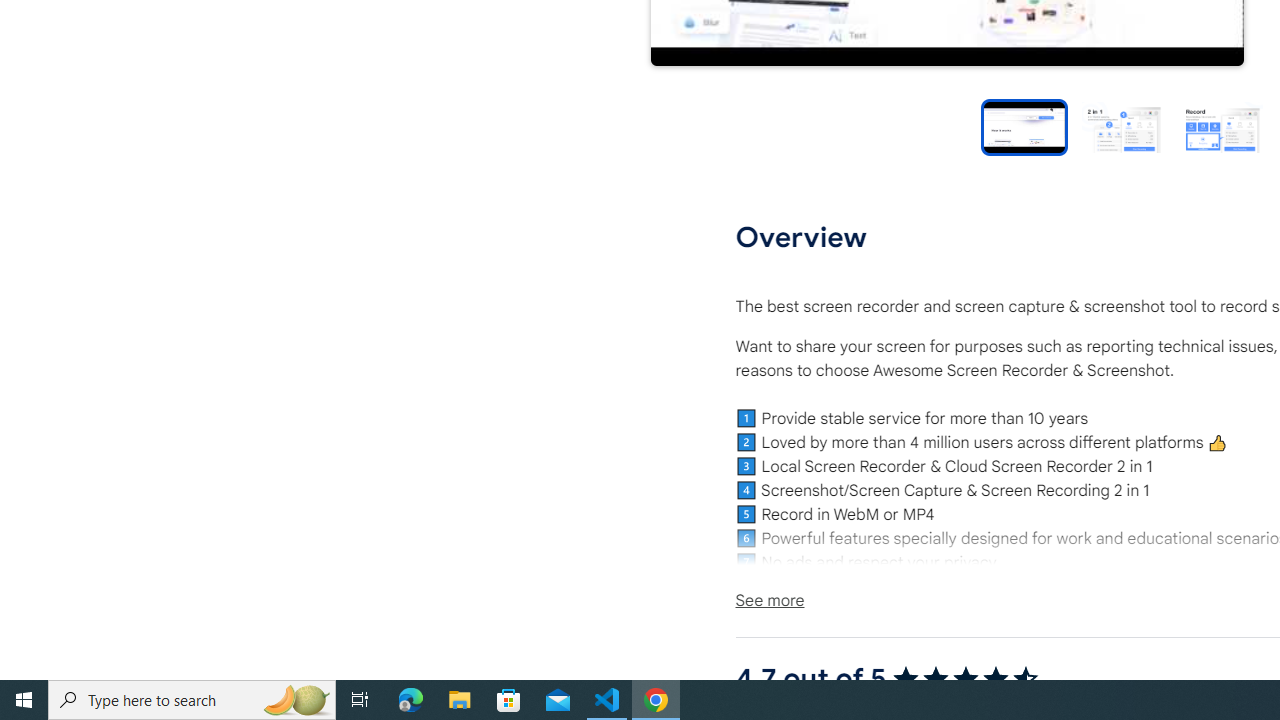 The height and width of the screenshot is (720, 1280). Describe the element at coordinates (294, 698) in the screenshot. I see `'Search highlights icon opens search home window'` at that location.